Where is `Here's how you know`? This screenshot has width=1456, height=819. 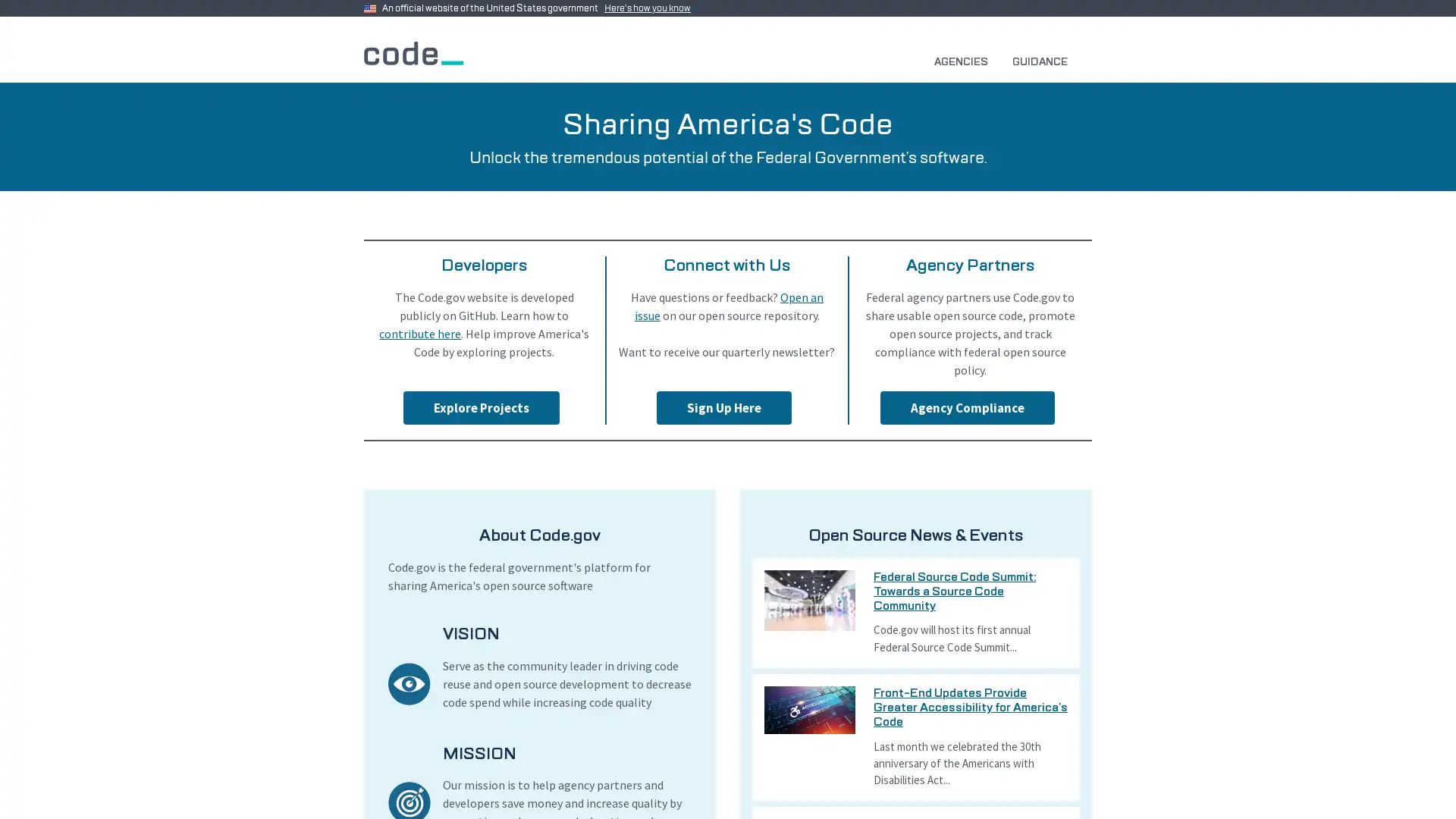
Here's how you know is located at coordinates (651, 8).